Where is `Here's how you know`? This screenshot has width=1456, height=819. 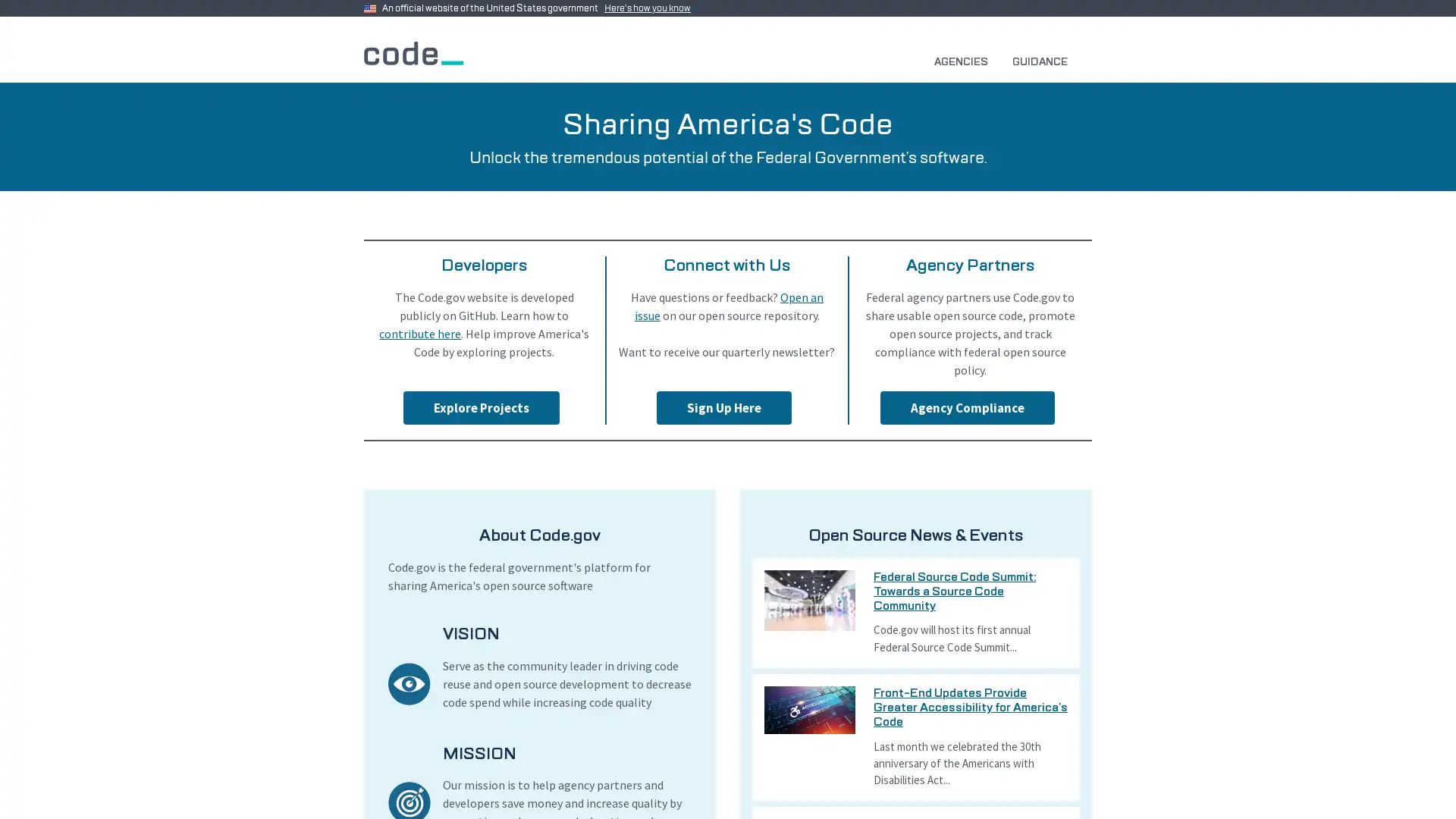
Here's how you know is located at coordinates (651, 8).